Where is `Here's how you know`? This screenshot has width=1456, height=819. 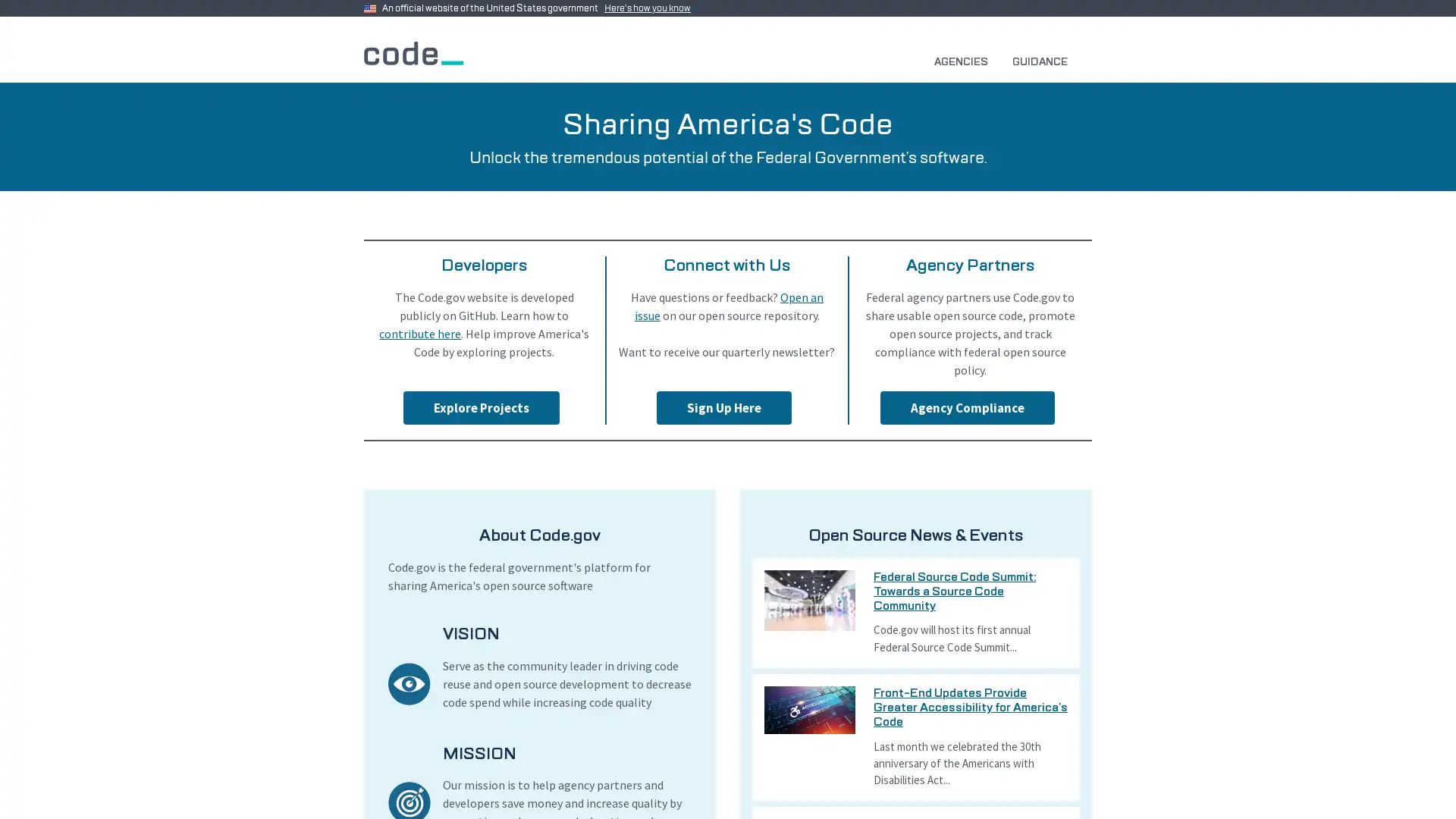
Here's how you know is located at coordinates (651, 8).